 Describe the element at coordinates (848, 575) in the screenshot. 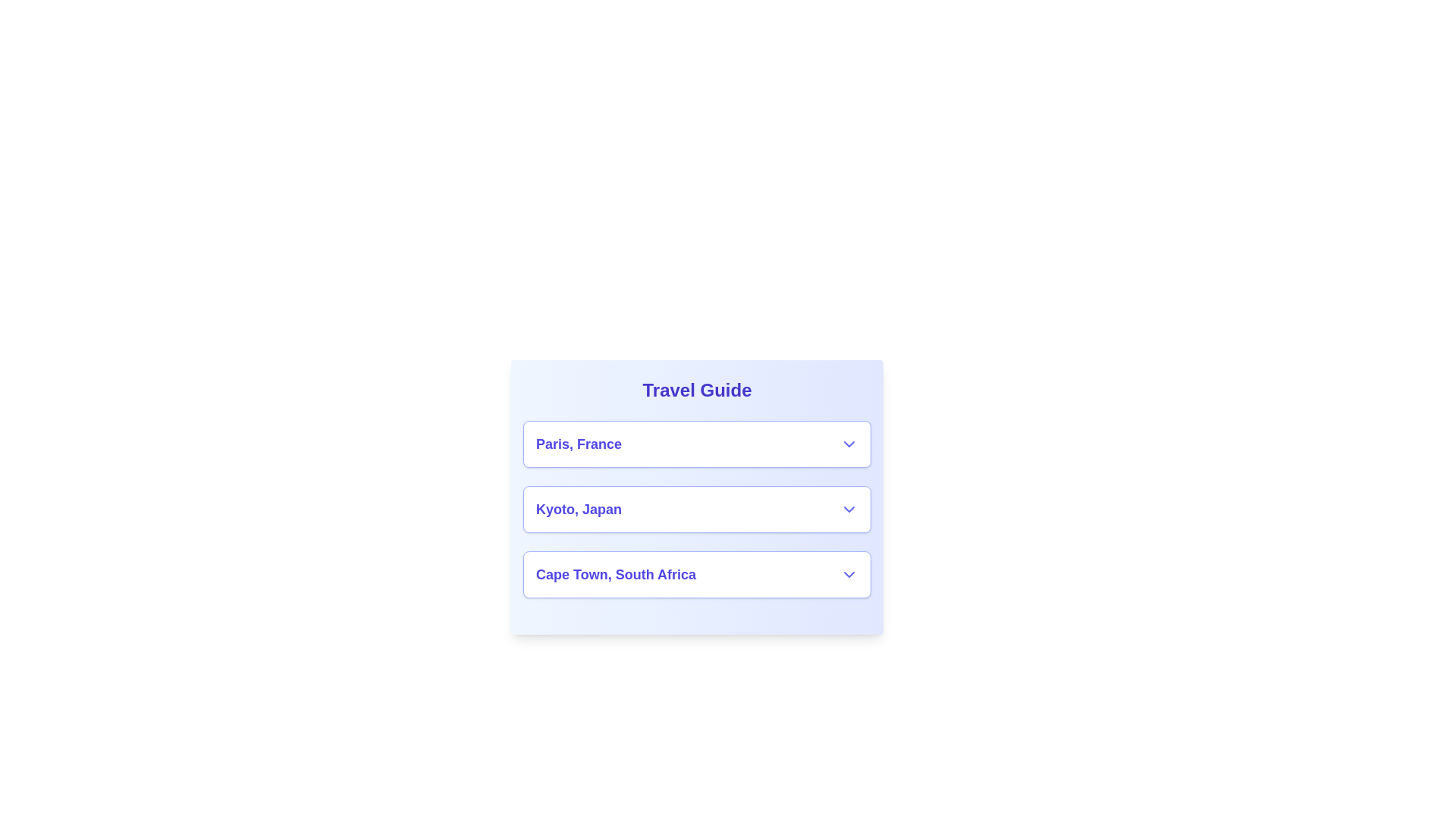

I see `the Dropdown indicator icon located at the right end of the row containing 'Cape Town, South Africa'` at that location.